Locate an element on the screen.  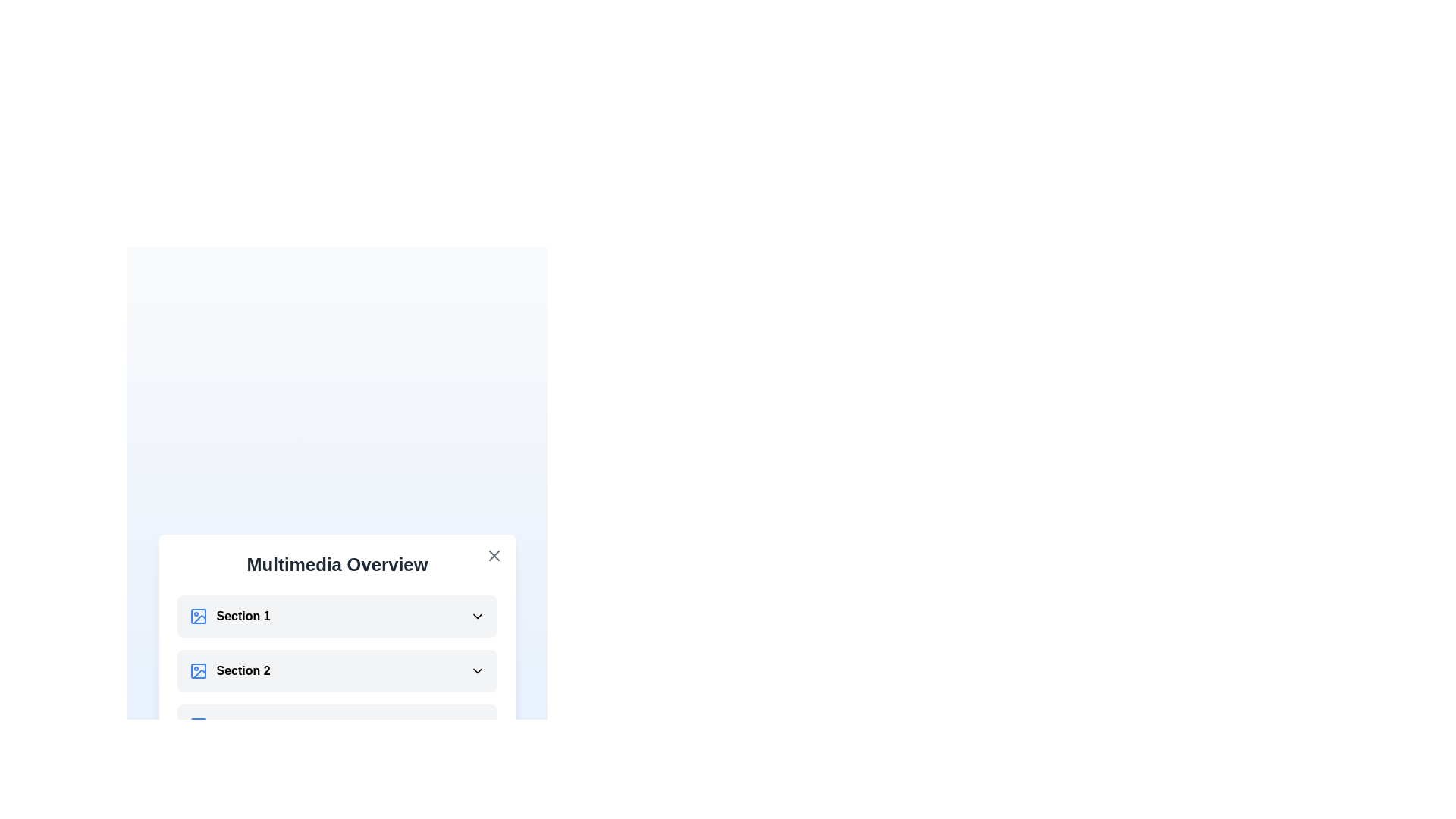
the close button icon in the top-right corner of the 'Multimedia Overview' modal is located at coordinates (494, 555).